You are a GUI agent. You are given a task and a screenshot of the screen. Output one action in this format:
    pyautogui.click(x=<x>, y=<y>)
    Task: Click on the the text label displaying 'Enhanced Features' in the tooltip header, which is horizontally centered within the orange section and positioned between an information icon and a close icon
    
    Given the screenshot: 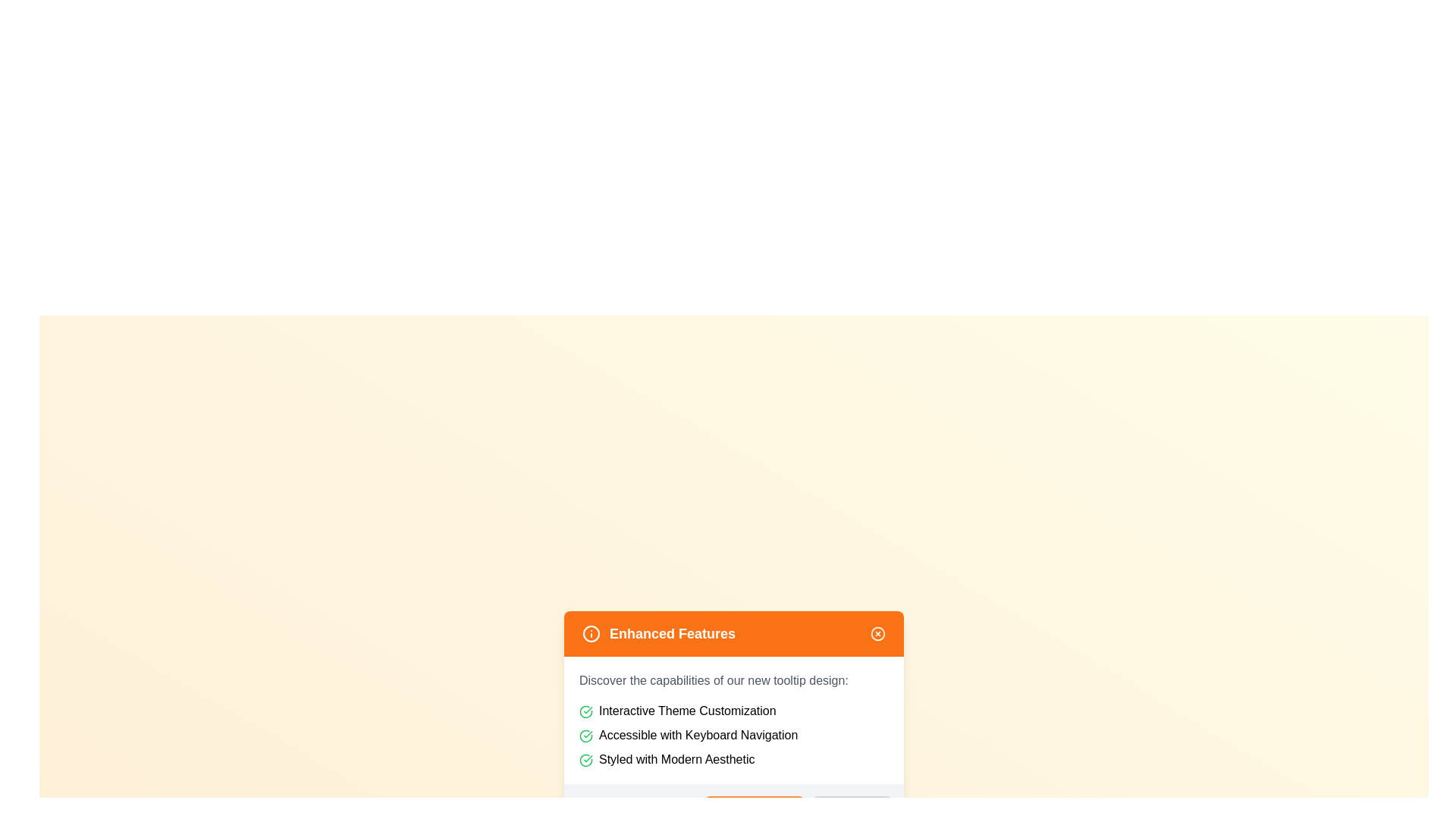 What is the action you would take?
    pyautogui.click(x=672, y=634)
    